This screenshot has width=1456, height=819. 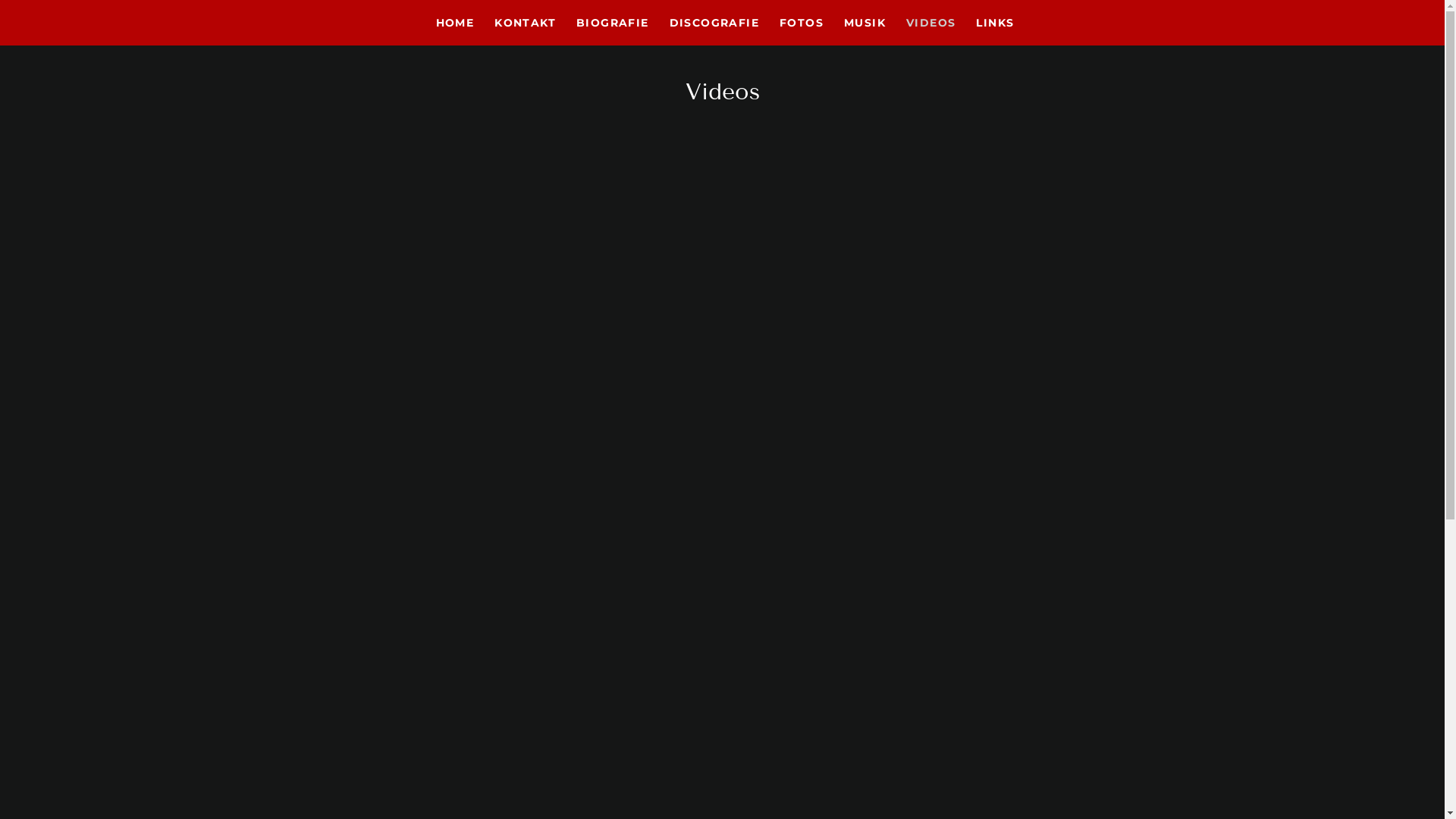 What do you see at coordinates (483, 23) in the screenshot?
I see `'KONTAKT'` at bounding box center [483, 23].